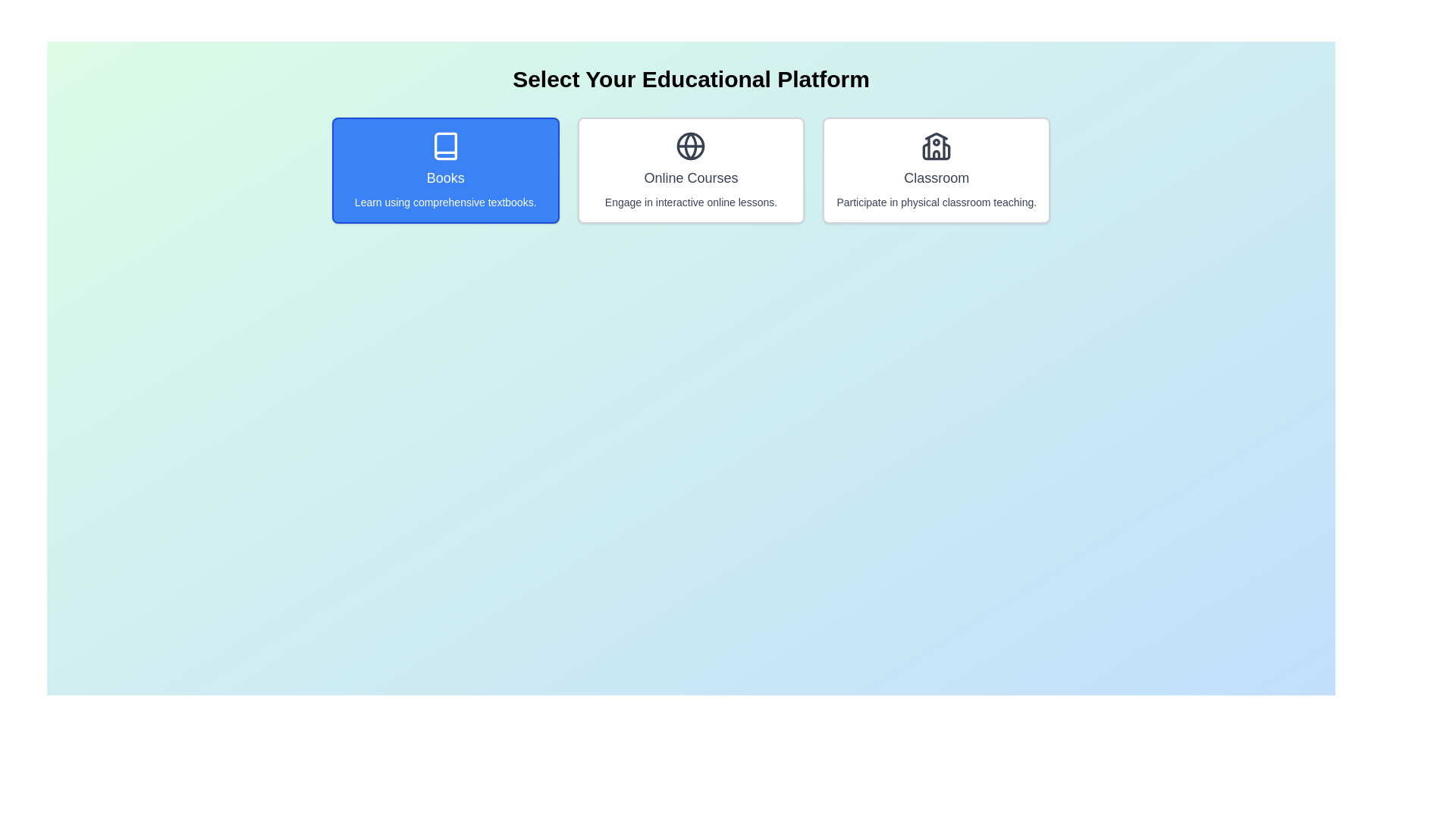 The height and width of the screenshot is (819, 1456). What do you see at coordinates (444, 170) in the screenshot?
I see `the button corresponding to Books to select the educational platform` at bounding box center [444, 170].